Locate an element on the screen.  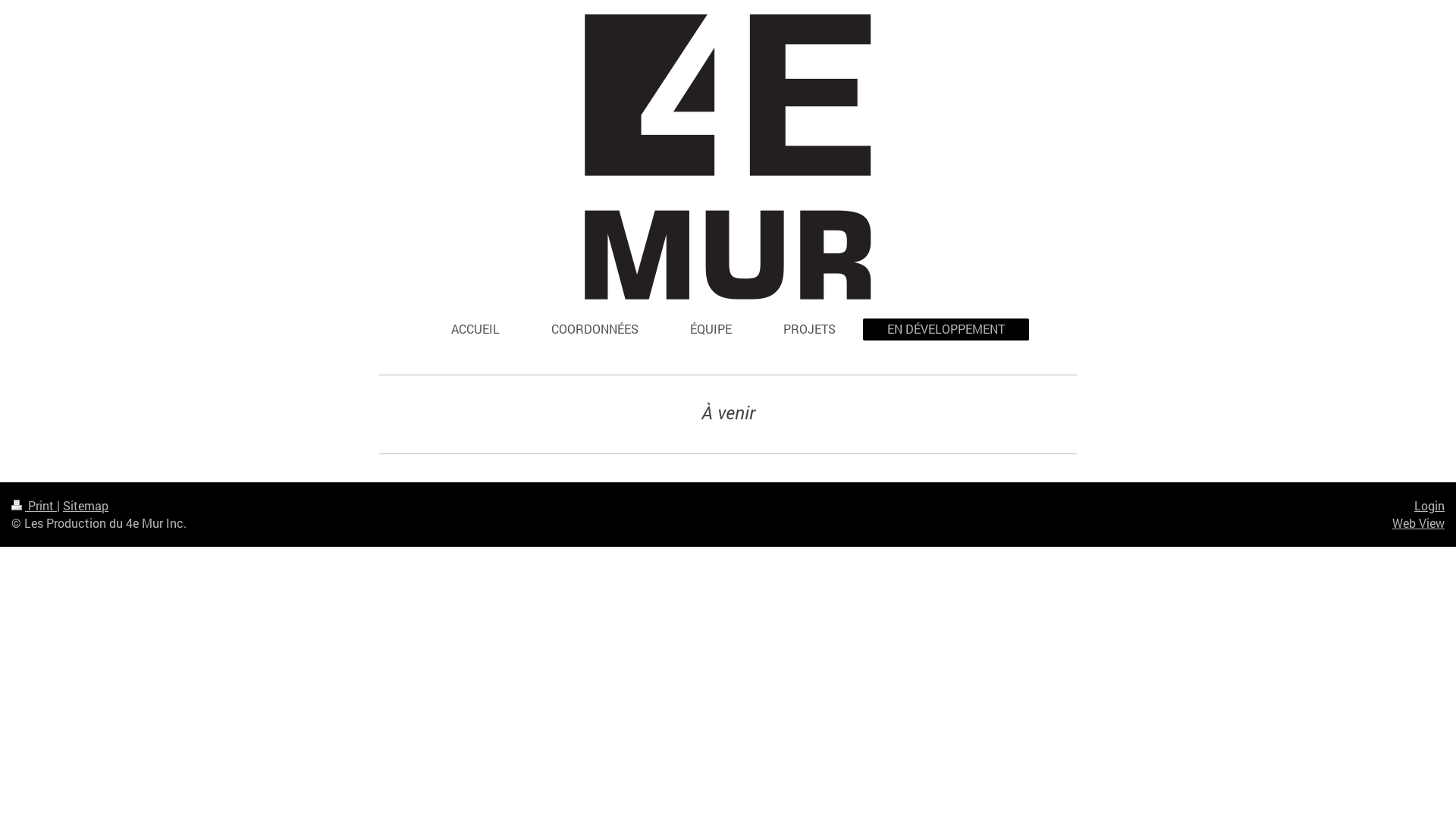
'ACCUEIL' is located at coordinates (475, 328).